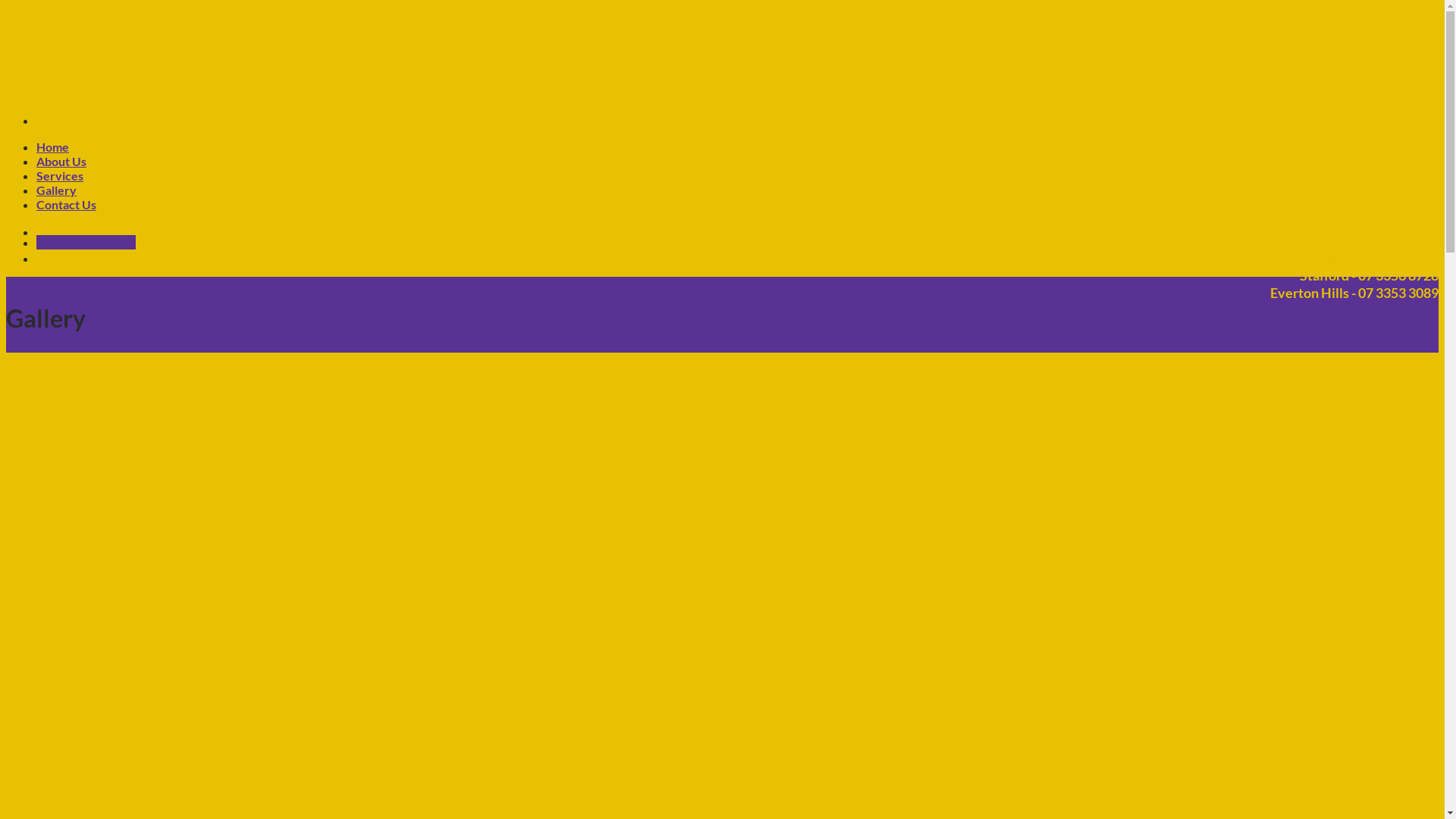 The width and height of the screenshot is (1456, 819). What do you see at coordinates (5, 5) in the screenshot?
I see `'Skip to content'` at bounding box center [5, 5].